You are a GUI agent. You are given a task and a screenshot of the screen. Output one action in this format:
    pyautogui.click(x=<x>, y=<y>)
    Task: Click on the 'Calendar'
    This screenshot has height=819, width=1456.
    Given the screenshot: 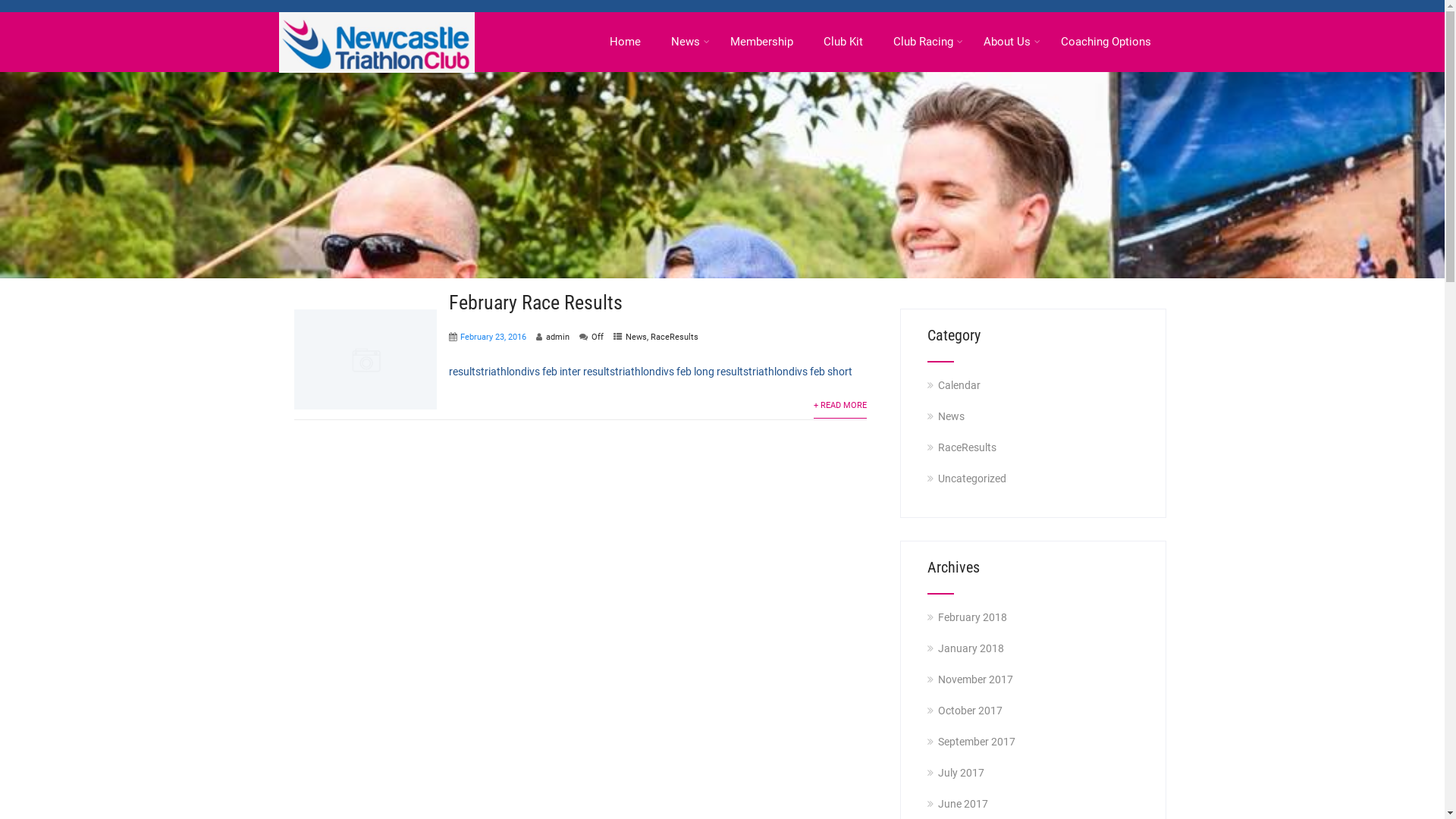 What is the action you would take?
    pyautogui.click(x=959, y=384)
    